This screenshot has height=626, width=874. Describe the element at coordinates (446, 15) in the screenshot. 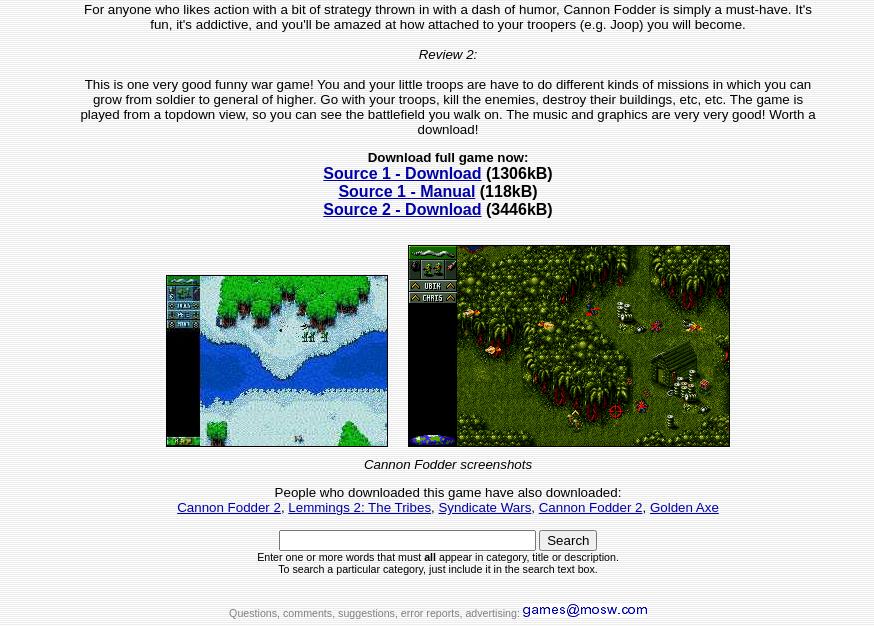

I see `'For anyone who likes action with a bit of strategy thrown in with a dash of humor, Cannon Fodder is simply a must-have. It's fun, it's addictive, and you'll be amazed at how attached to your troopers (e.g. Joop) you will become.'` at that location.